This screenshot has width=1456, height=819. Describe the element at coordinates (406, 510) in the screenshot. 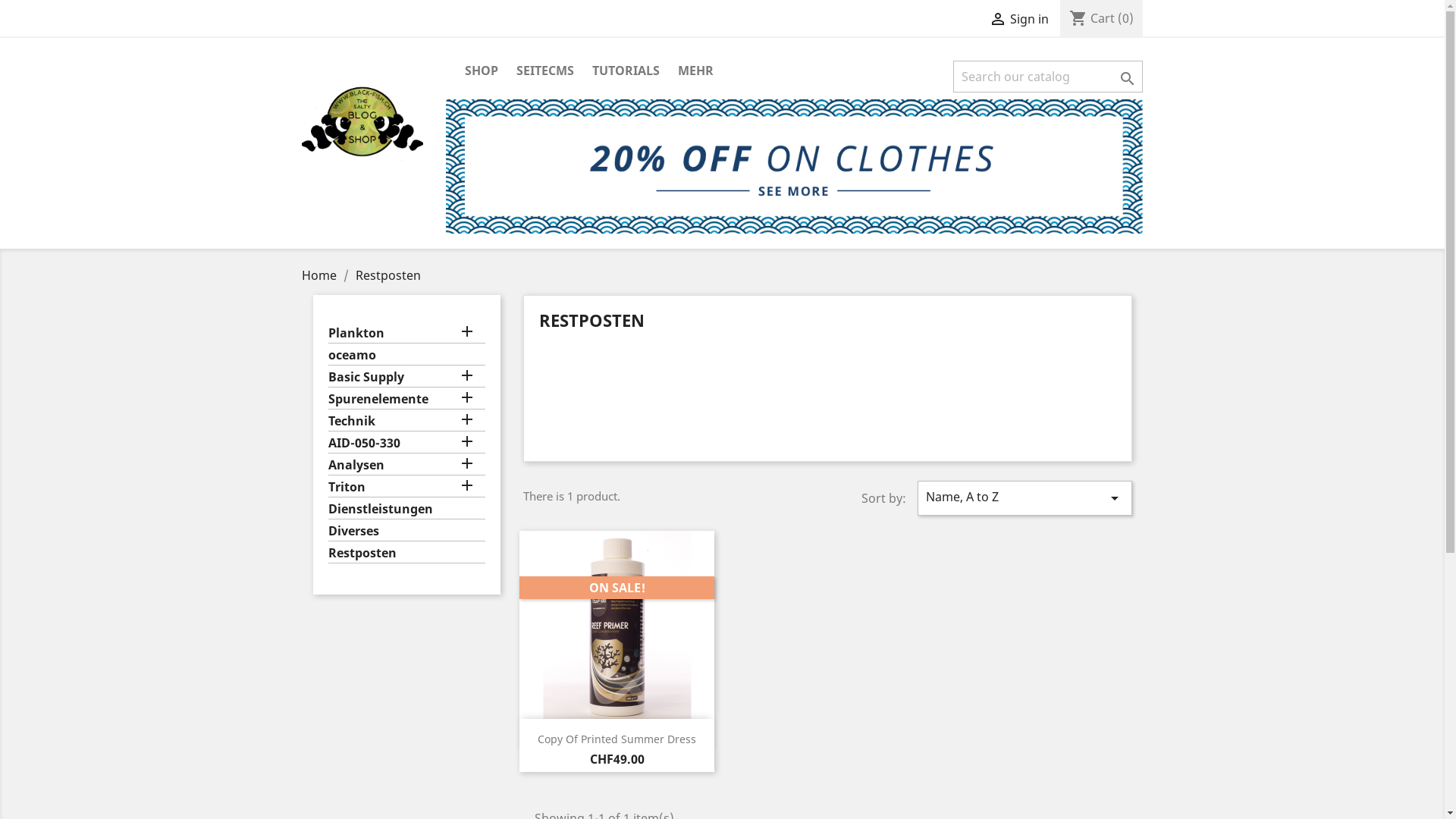

I see `'Dienstleistungen'` at that location.